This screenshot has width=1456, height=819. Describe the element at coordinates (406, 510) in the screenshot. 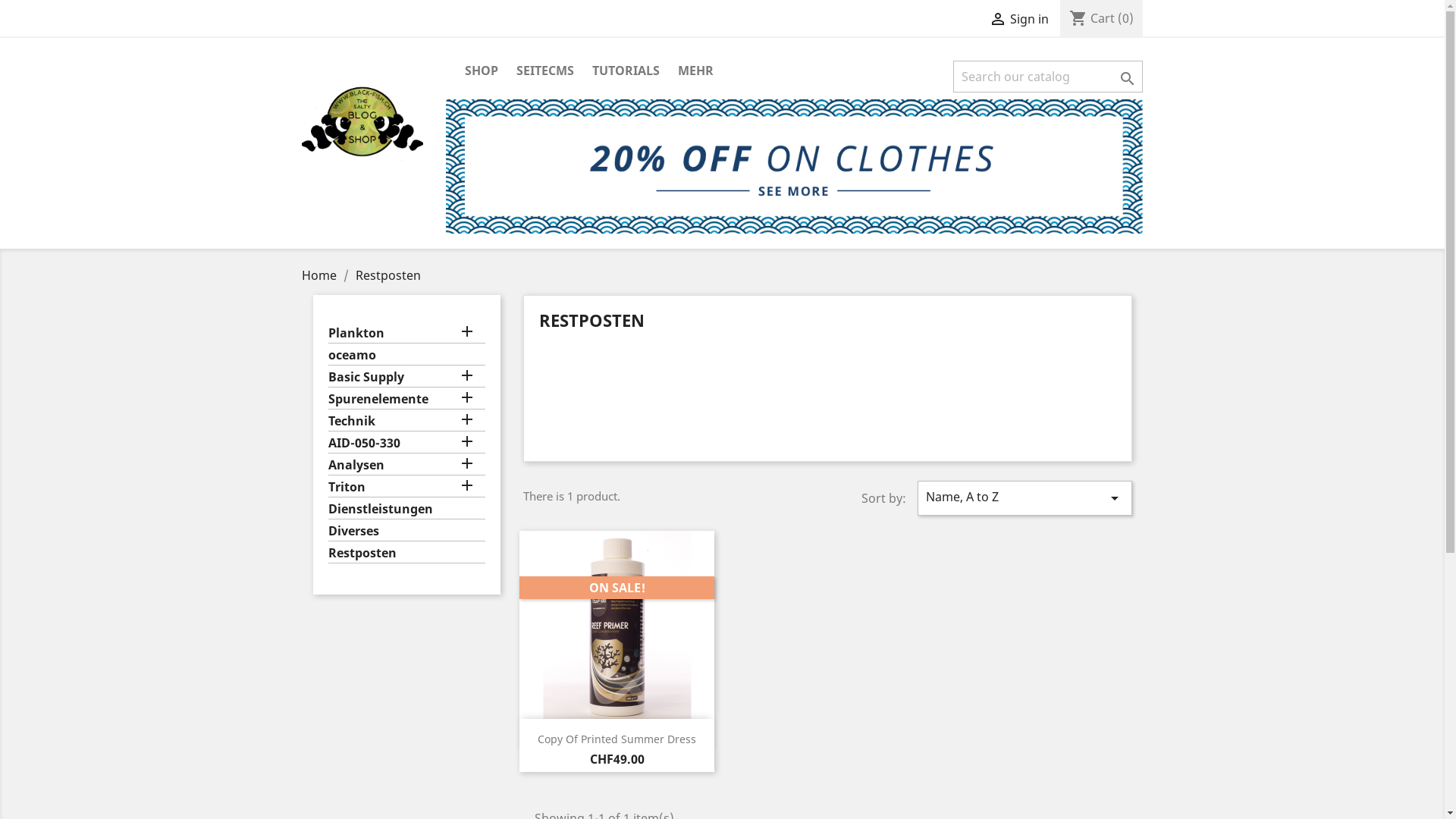

I see `'Dienstleistungen'` at that location.